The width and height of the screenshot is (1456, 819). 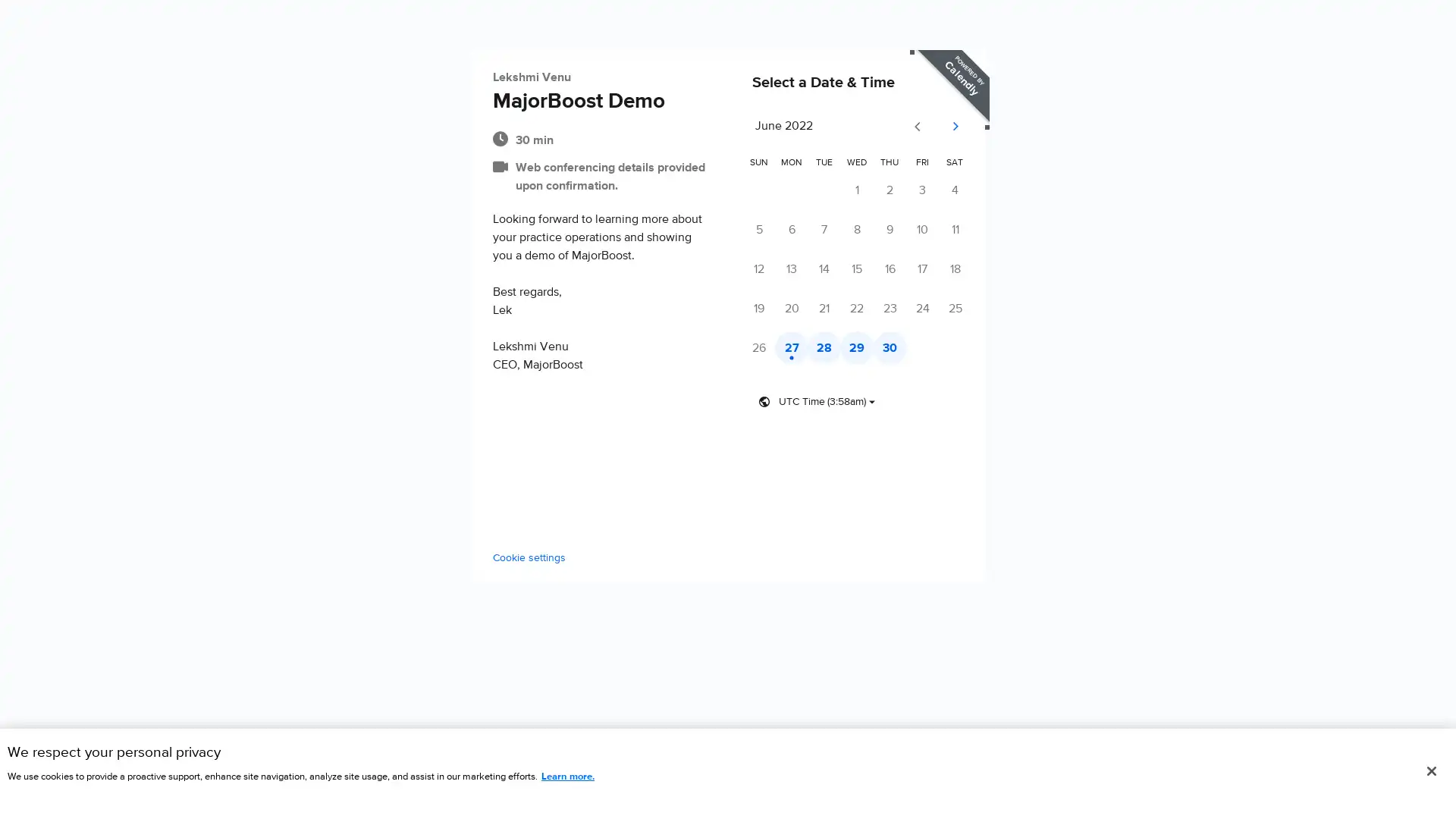 What do you see at coordinates (839, 309) in the screenshot?
I see `Tuesday, June 21 - No times available` at bounding box center [839, 309].